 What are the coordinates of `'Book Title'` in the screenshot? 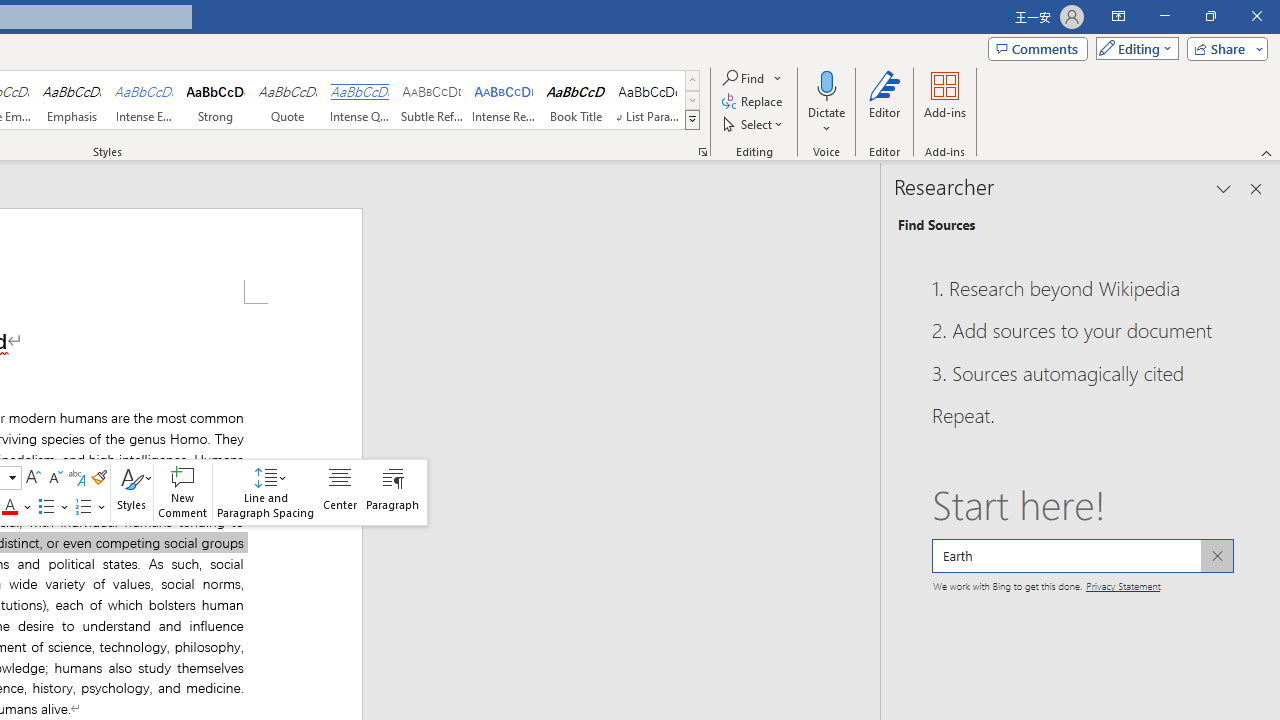 It's located at (575, 100).